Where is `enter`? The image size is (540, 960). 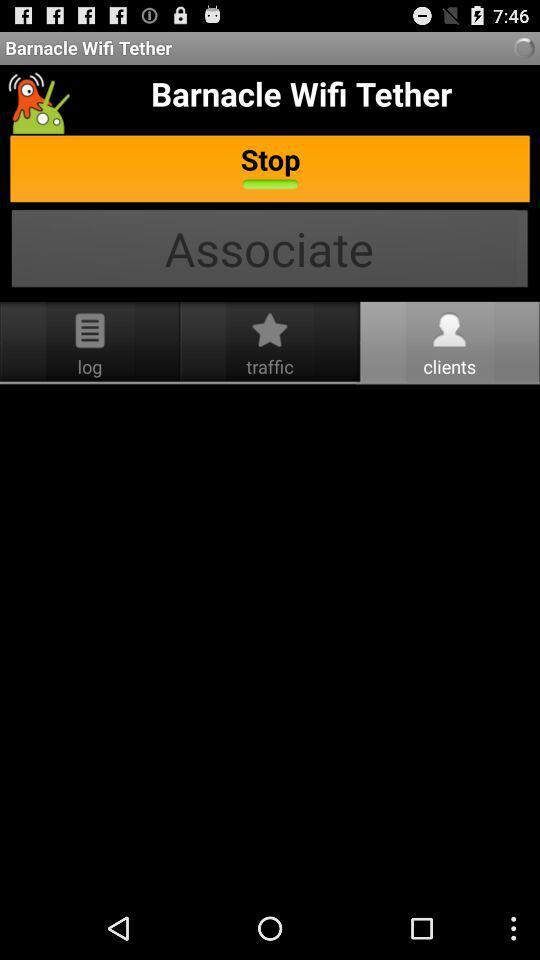
enter is located at coordinates (270, 640).